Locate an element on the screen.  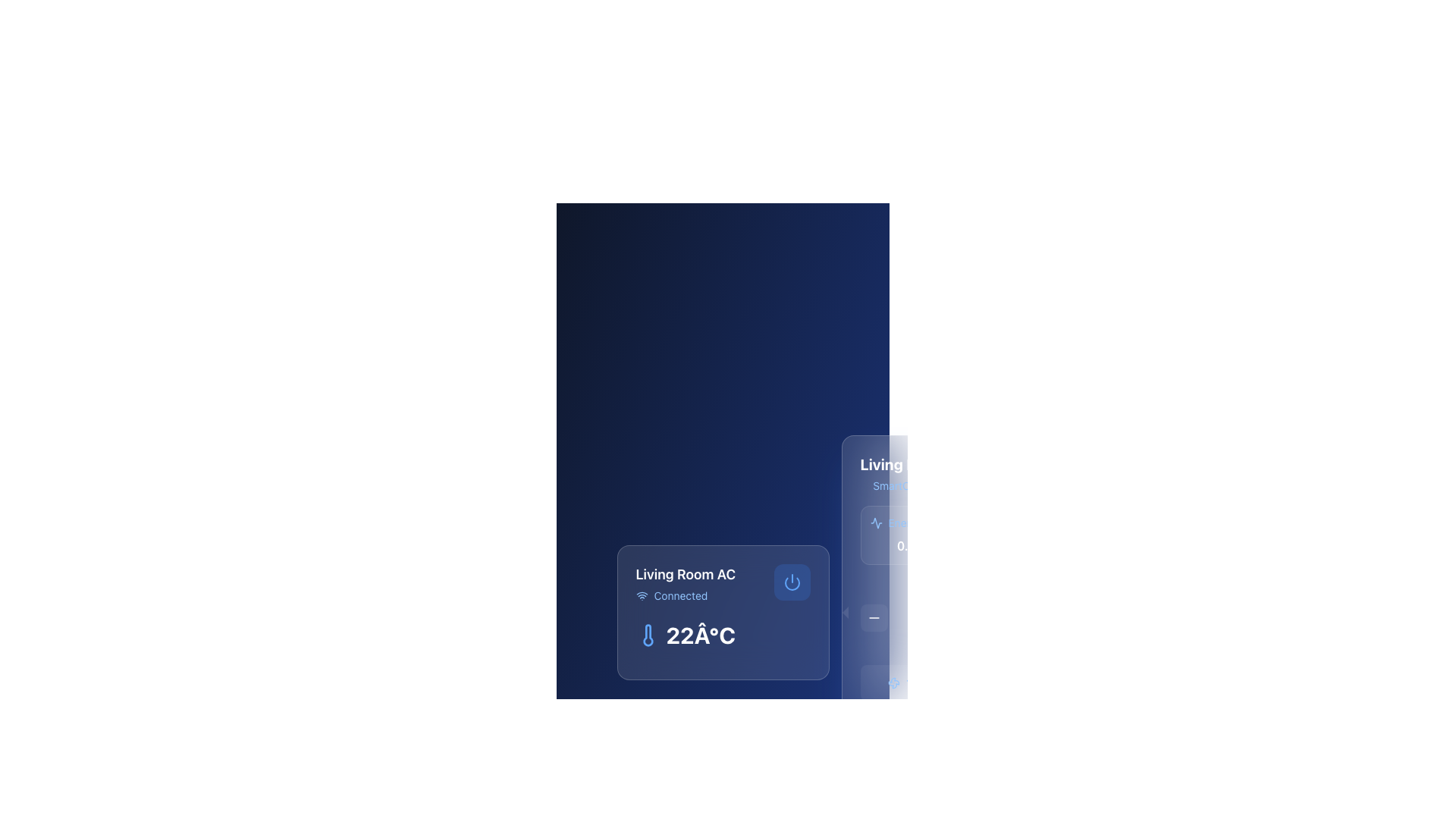
the leftmost button, which is a small rounded rectangle with a centered minus icon is located at coordinates (874, 617).